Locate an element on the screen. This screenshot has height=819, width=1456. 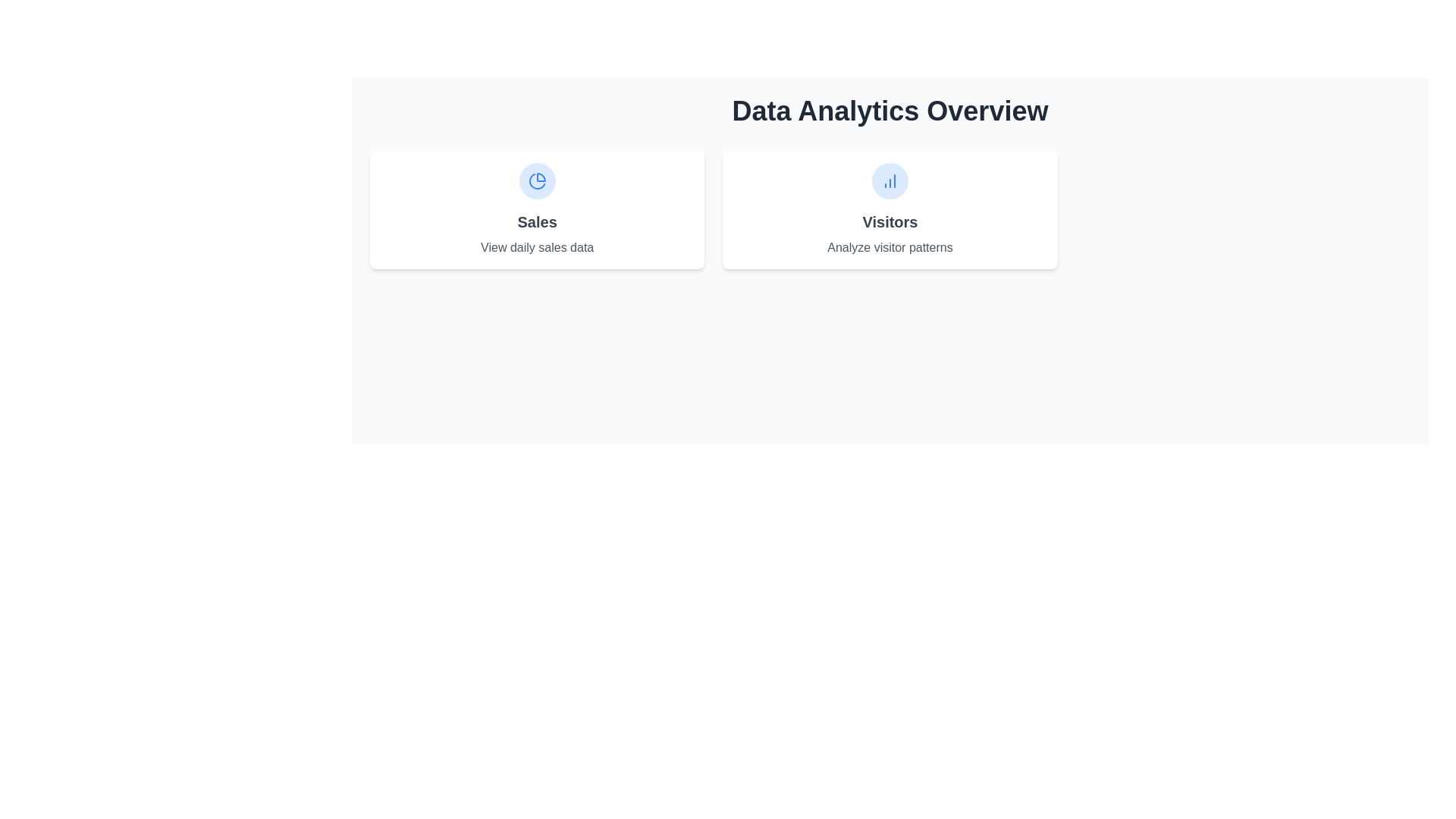
descriptive information provided by the text label located directly below the 'Visitors' text element within the card-like component in the center-right of the interface is located at coordinates (890, 247).